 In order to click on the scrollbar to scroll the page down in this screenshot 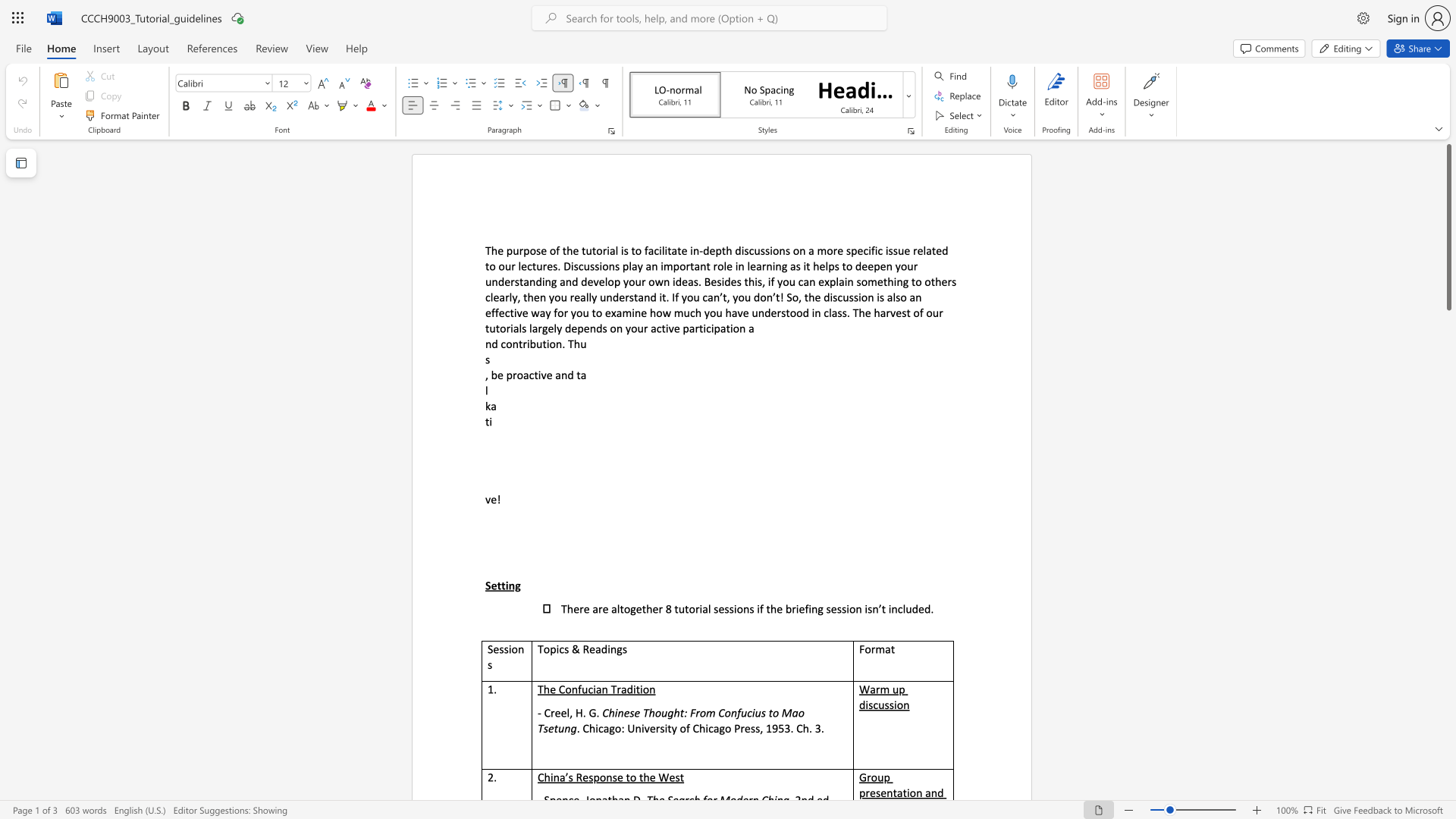, I will do `click(1448, 409)`.